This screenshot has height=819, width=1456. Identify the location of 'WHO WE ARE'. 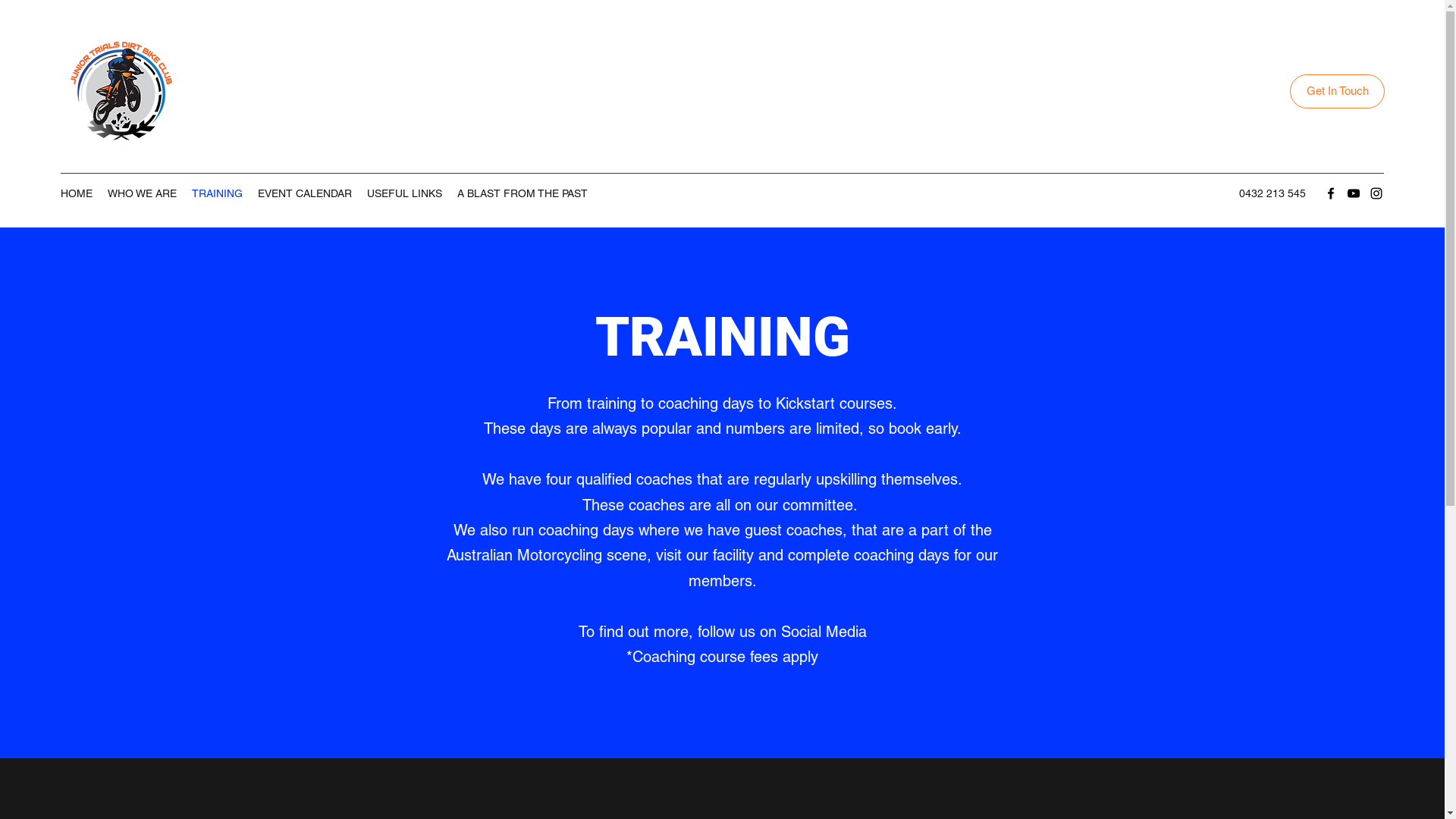
(142, 192).